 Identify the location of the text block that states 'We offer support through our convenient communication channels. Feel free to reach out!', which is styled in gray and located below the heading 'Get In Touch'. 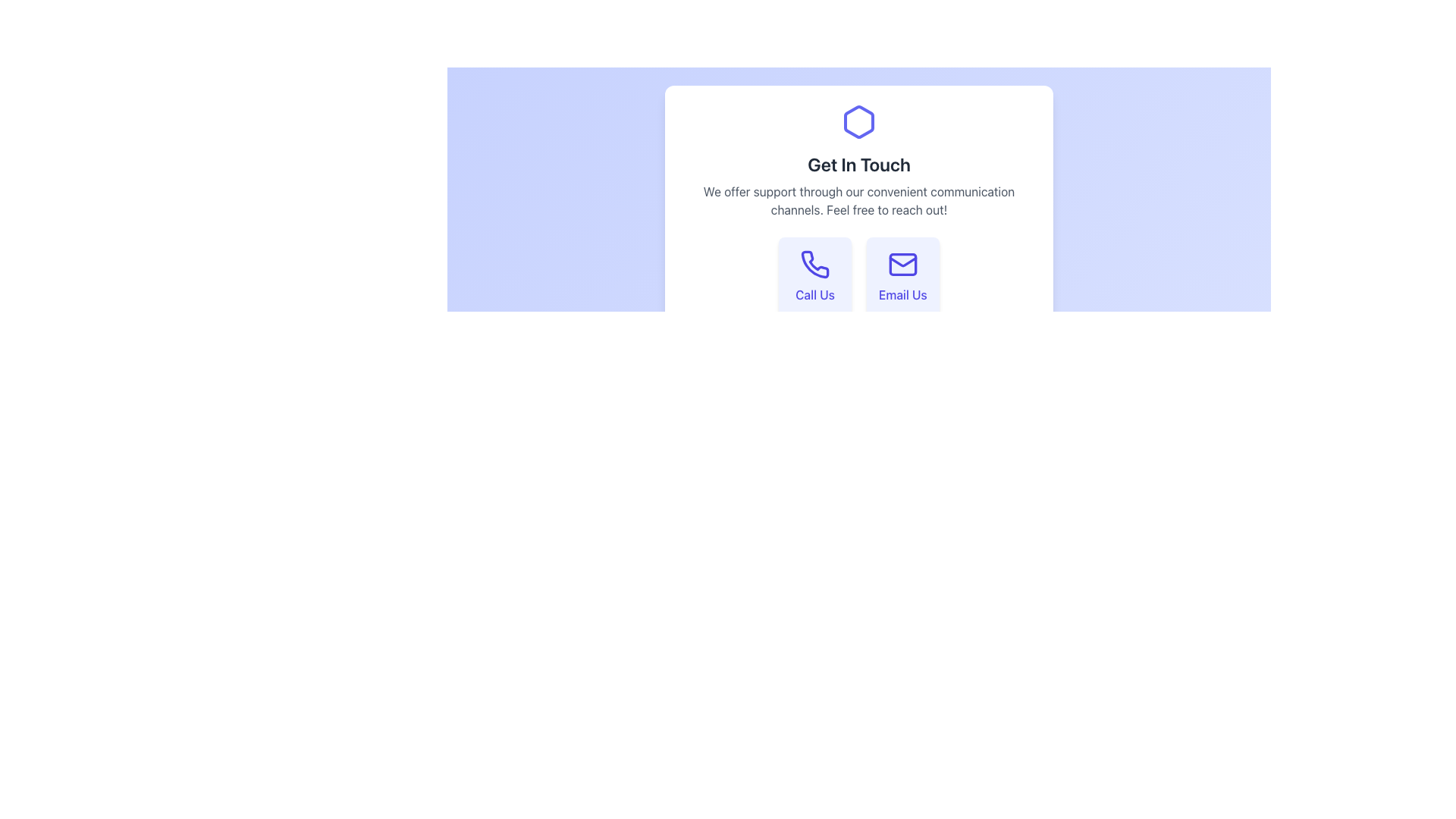
(858, 200).